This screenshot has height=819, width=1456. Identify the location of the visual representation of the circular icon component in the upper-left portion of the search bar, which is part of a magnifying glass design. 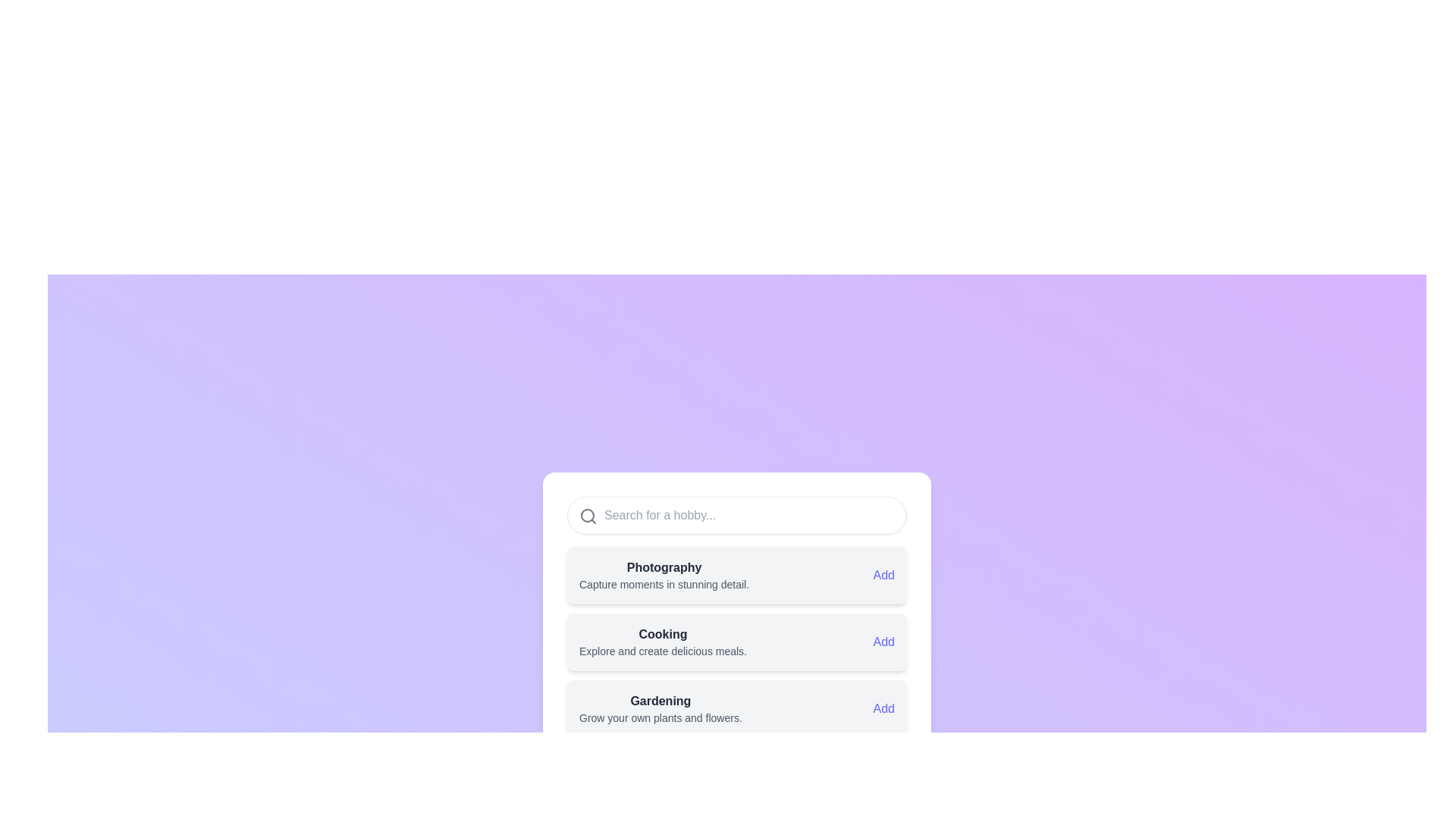
(586, 514).